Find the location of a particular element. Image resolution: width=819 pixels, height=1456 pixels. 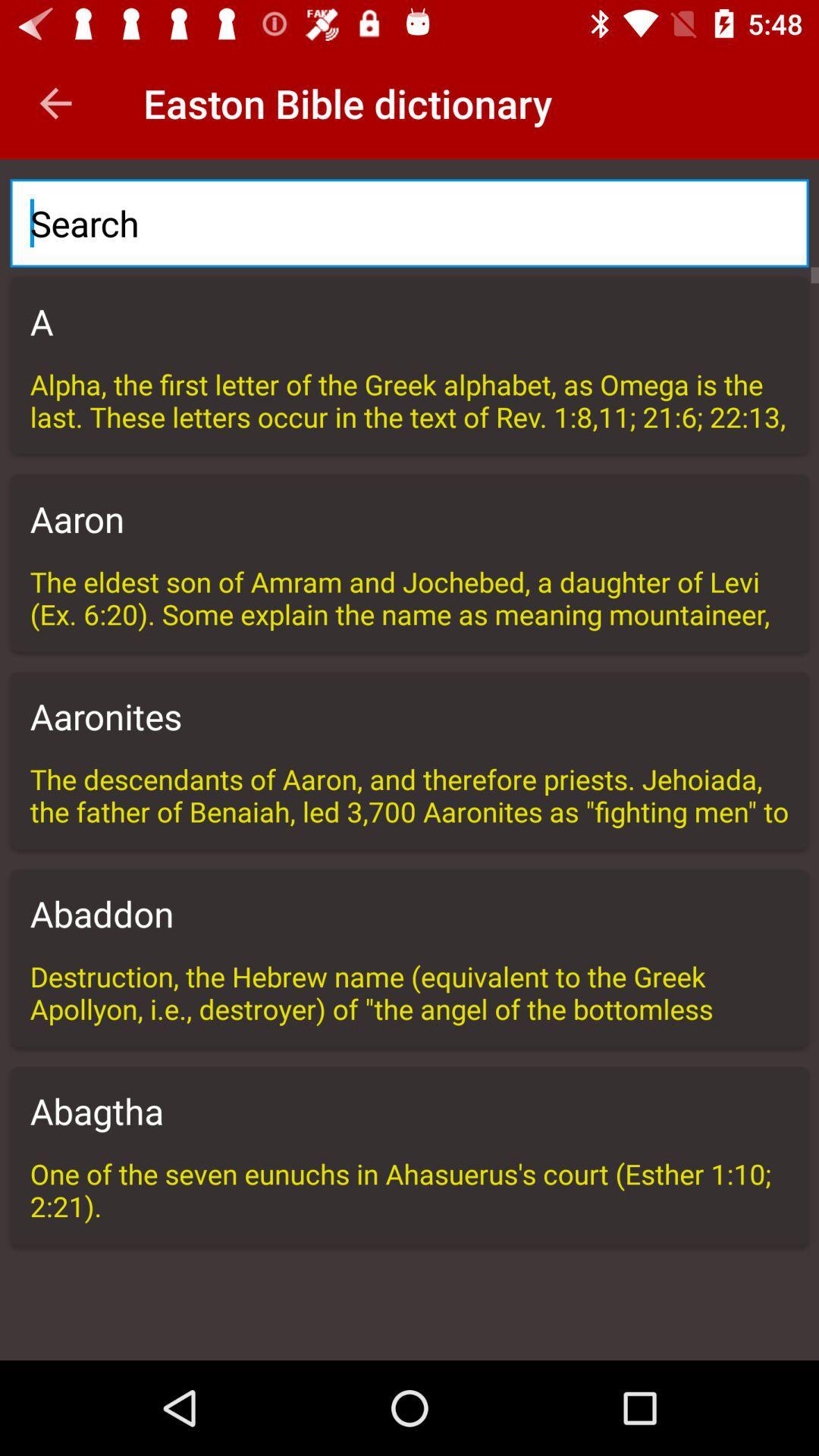

search box is located at coordinates (409, 222).